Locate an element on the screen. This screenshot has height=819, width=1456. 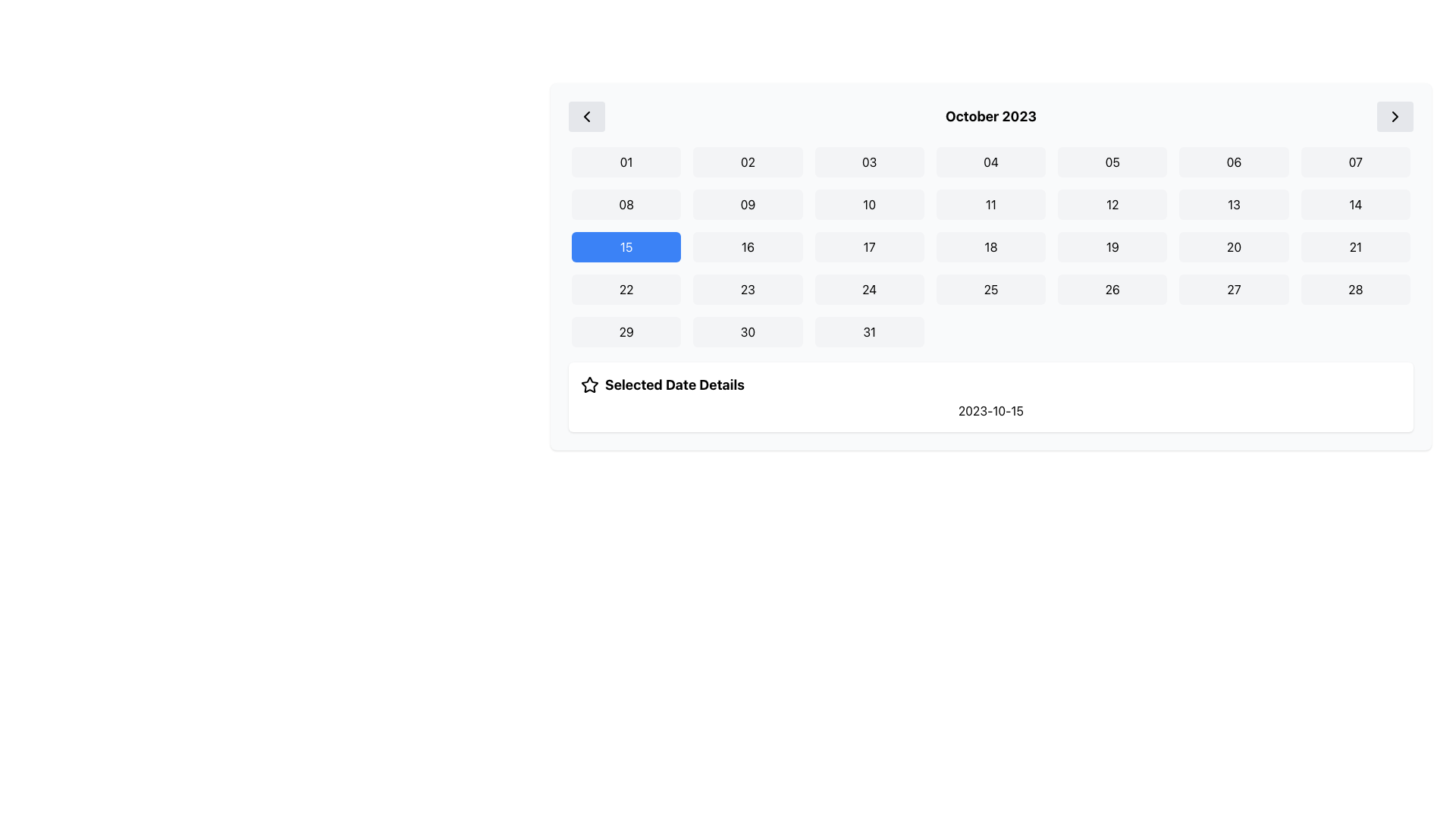
the decorative star icon located in the bottom right corner of the interface, which indicates a favorite selection or rating point is located at coordinates (588, 384).